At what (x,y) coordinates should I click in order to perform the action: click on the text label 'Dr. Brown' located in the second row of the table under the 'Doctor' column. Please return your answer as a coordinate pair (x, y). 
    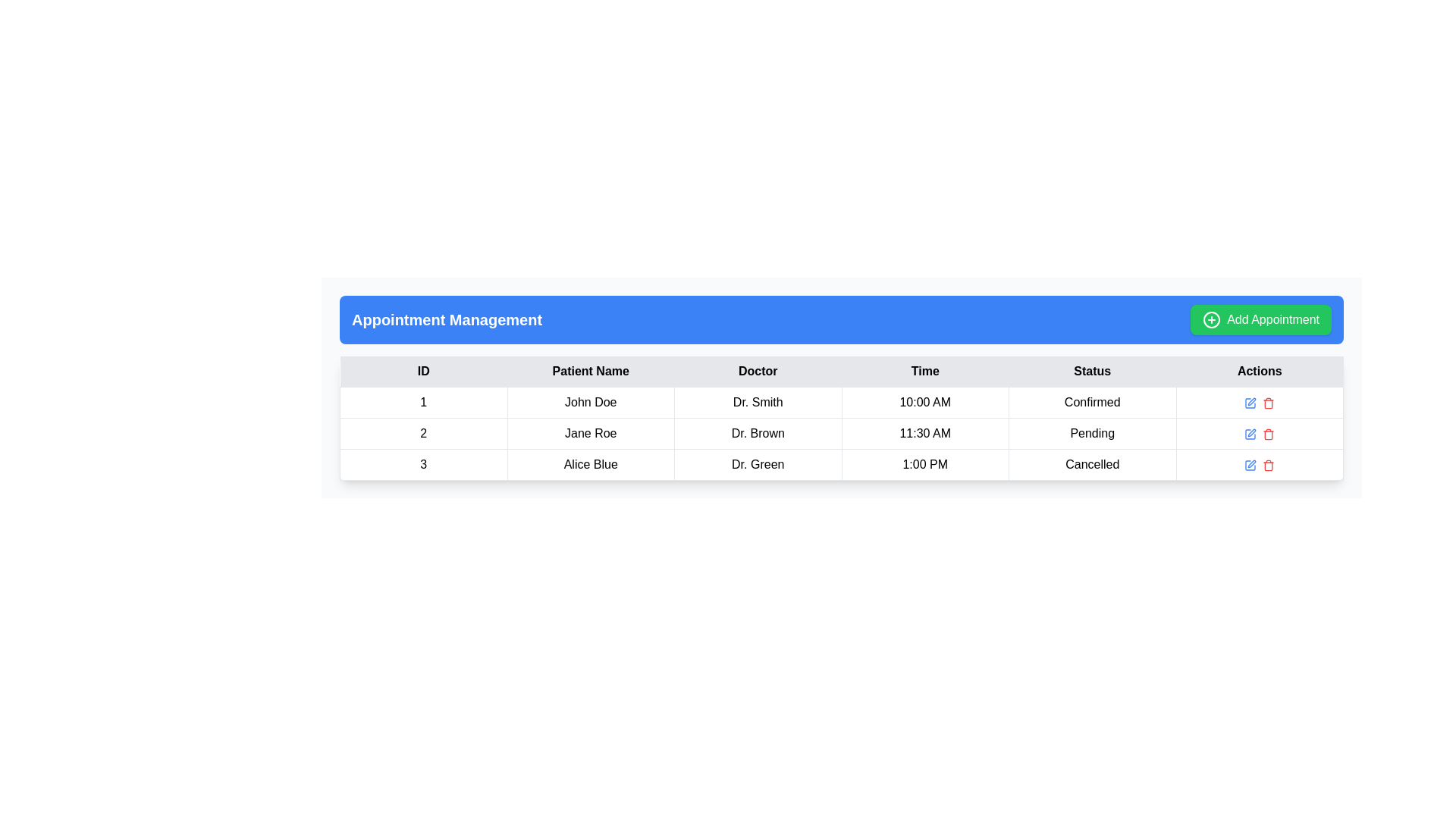
    Looking at the image, I should click on (758, 433).